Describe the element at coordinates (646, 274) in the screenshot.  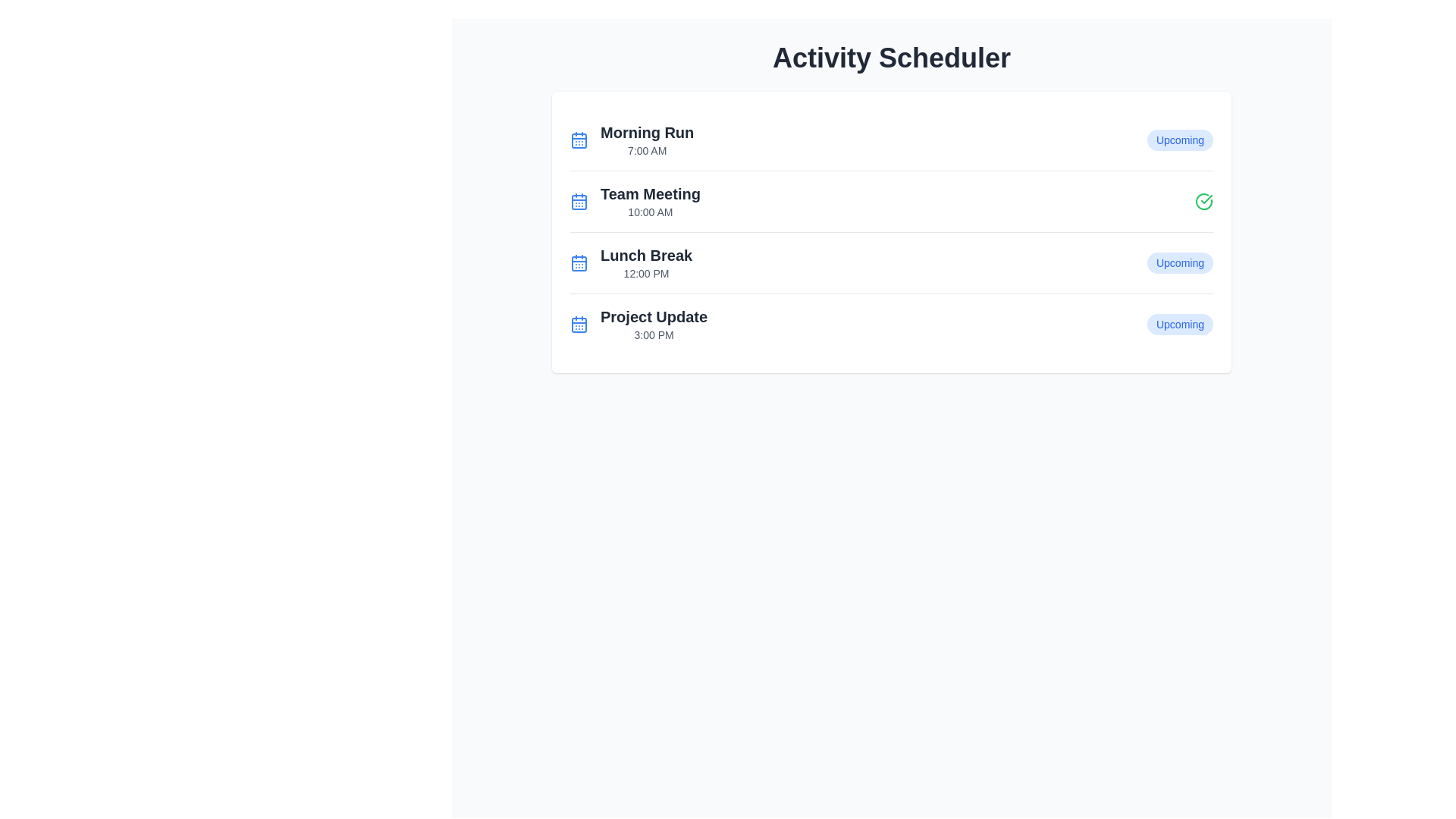
I see `the static text label displaying the scheduled time for 'Lunch Break' at 12:00 PM, which is located below the larger 'Lunch Break' text in the activity scheduler list` at that location.